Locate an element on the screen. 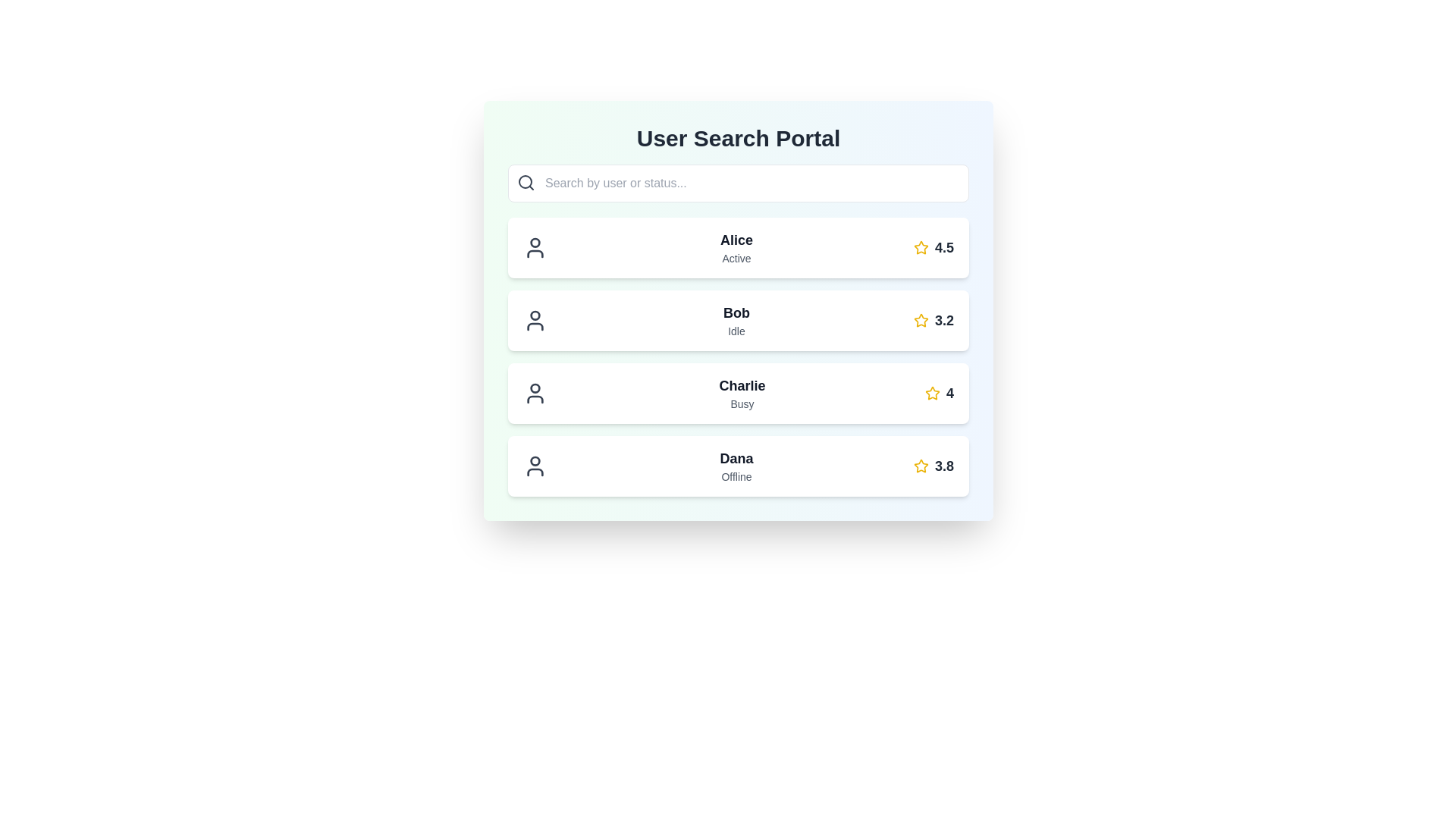 This screenshot has width=1456, height=819. the decorative star icon representing the rating for the user 'Bob', which indicates a rating score of '3.2' is located at coordinates (920, 320).